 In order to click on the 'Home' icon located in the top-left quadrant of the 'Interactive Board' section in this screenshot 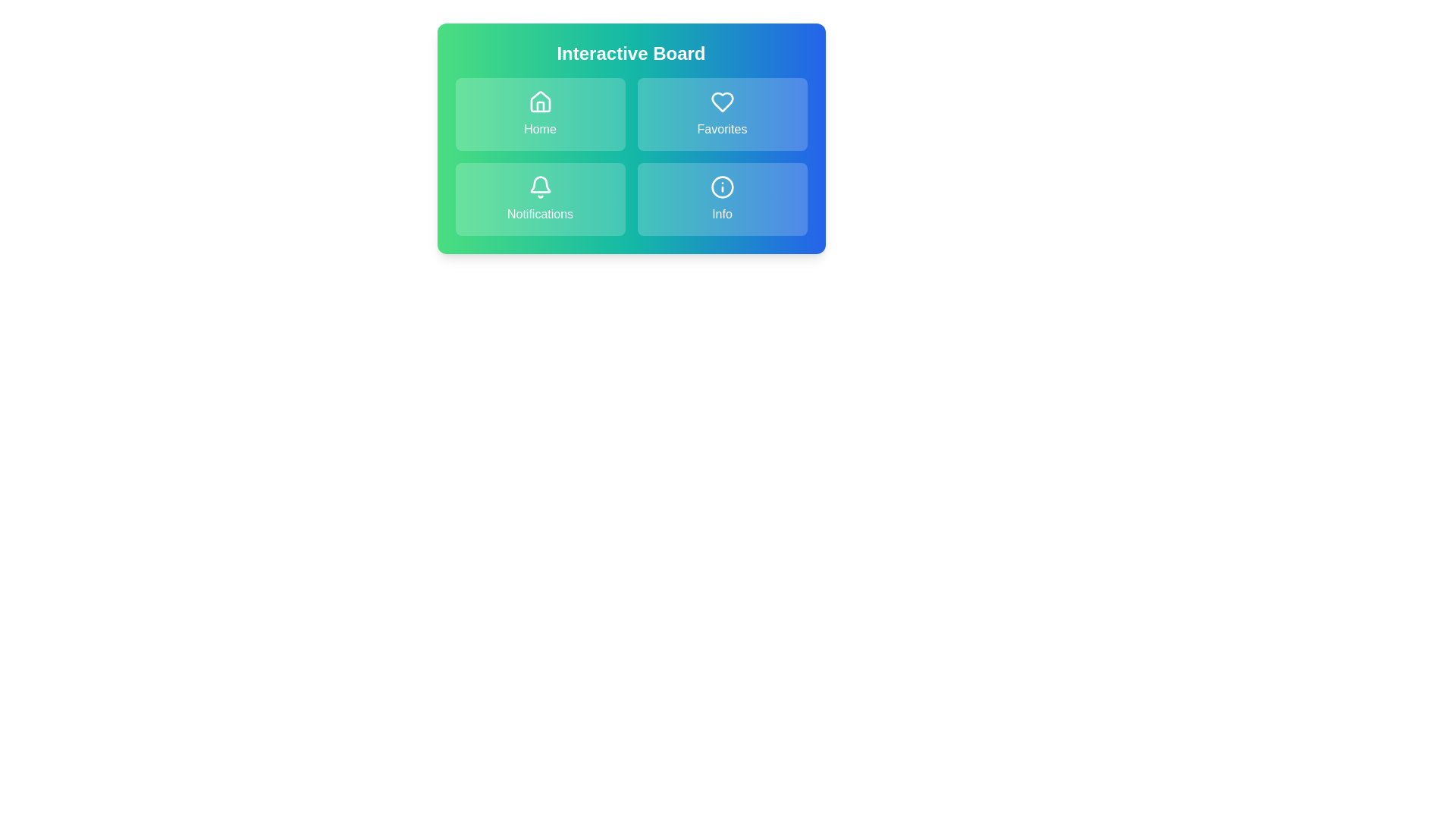, I will do `click(540, 102)`.